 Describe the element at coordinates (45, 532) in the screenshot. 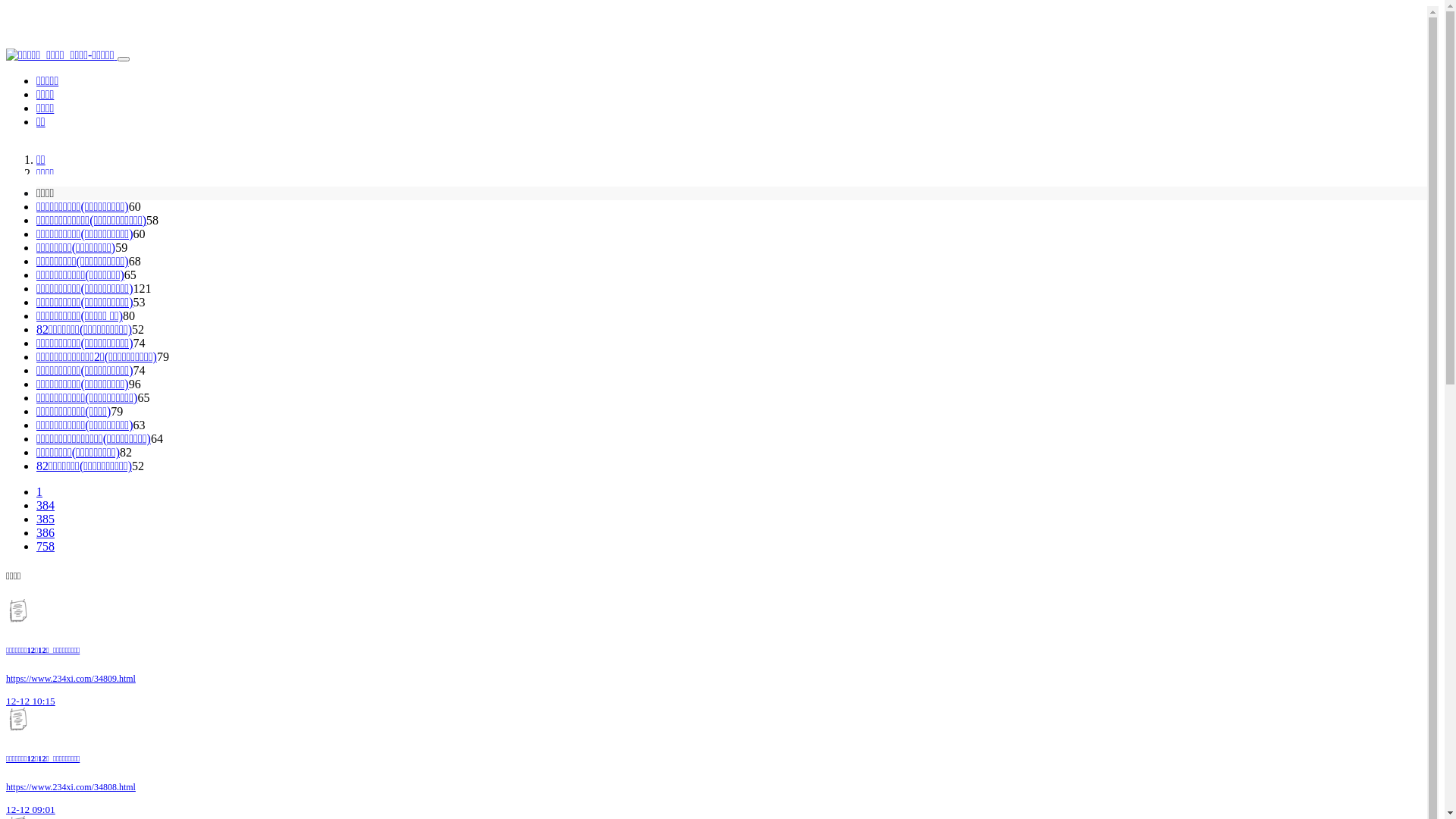

I see `'386'` at that location.